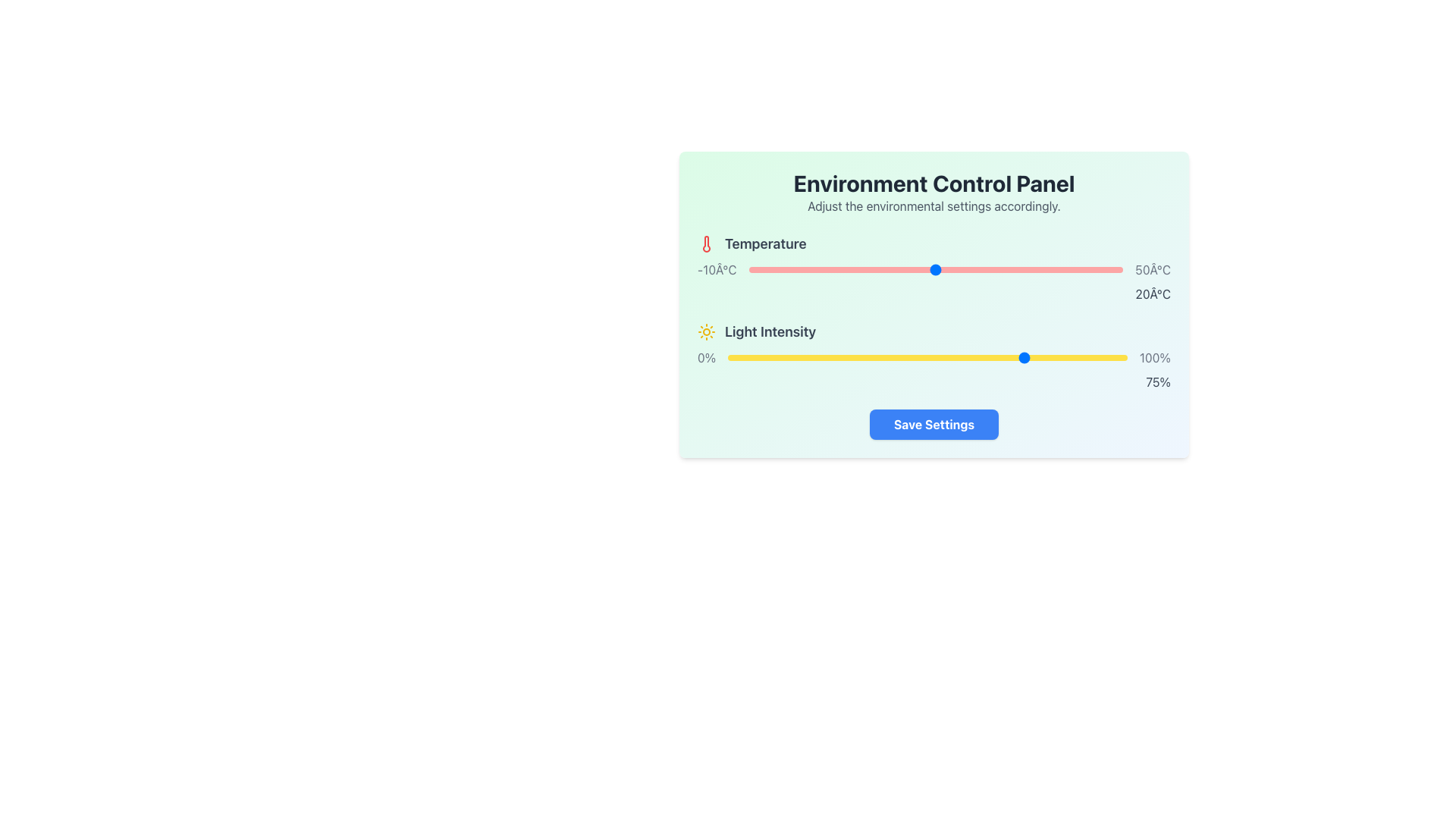 This screenshot has width=1456, height=819. Describe the element at coordinates (767, 357) in the screenshot. I see `light intensity` at that location.